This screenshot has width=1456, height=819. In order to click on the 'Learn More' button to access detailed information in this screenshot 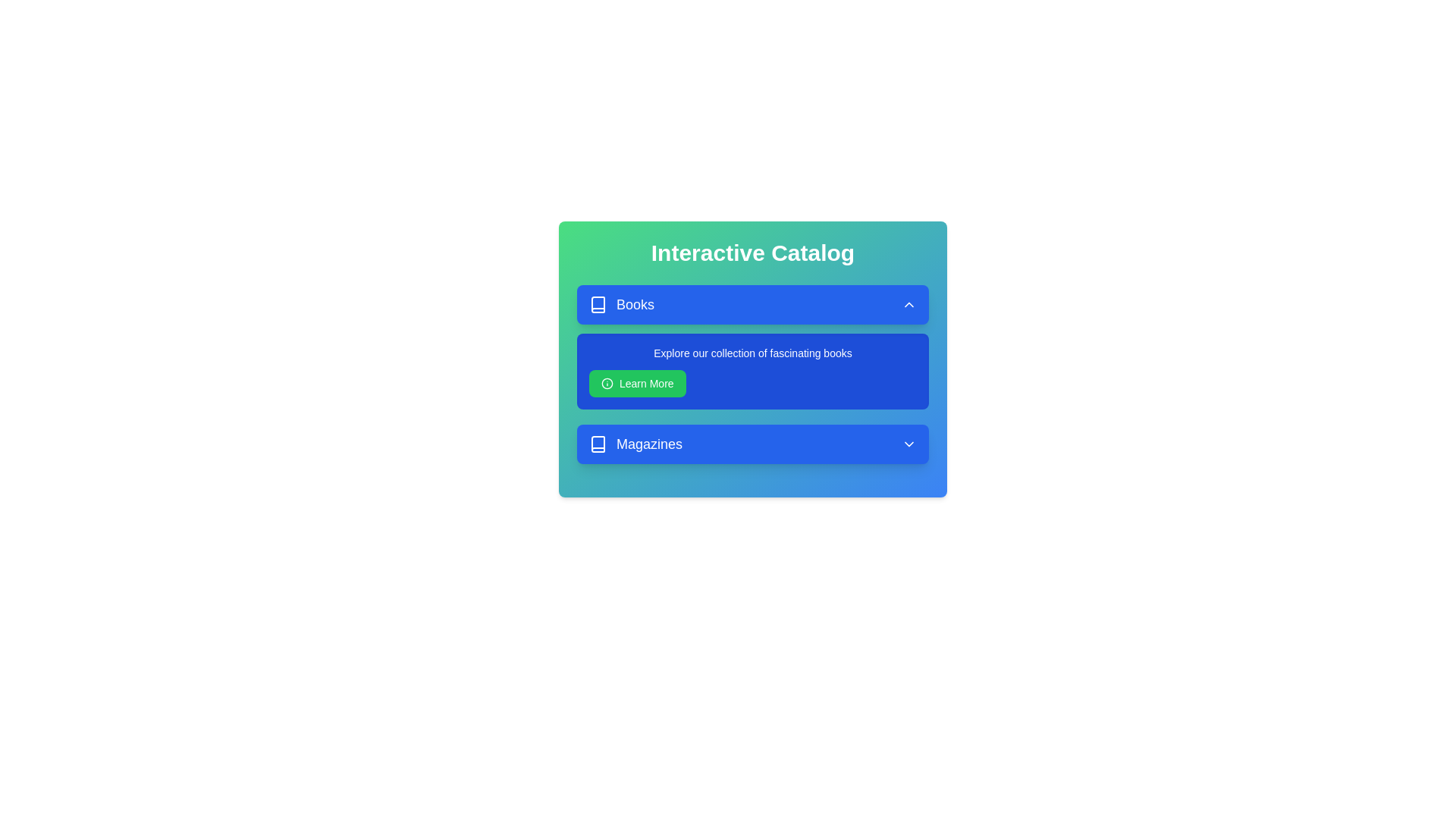, I will do `click(637, 382)`.